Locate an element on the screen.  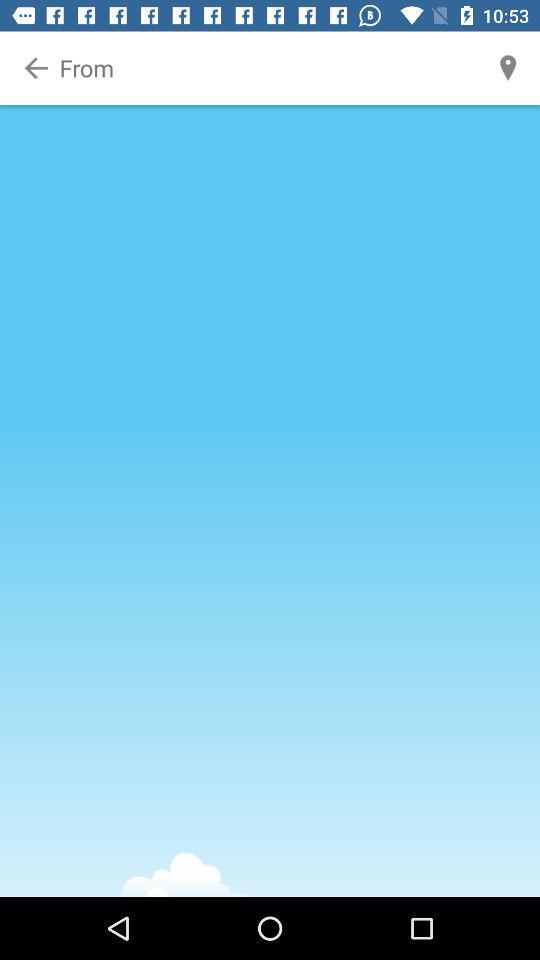
return to the previous page is located at coordinates (36, 68).